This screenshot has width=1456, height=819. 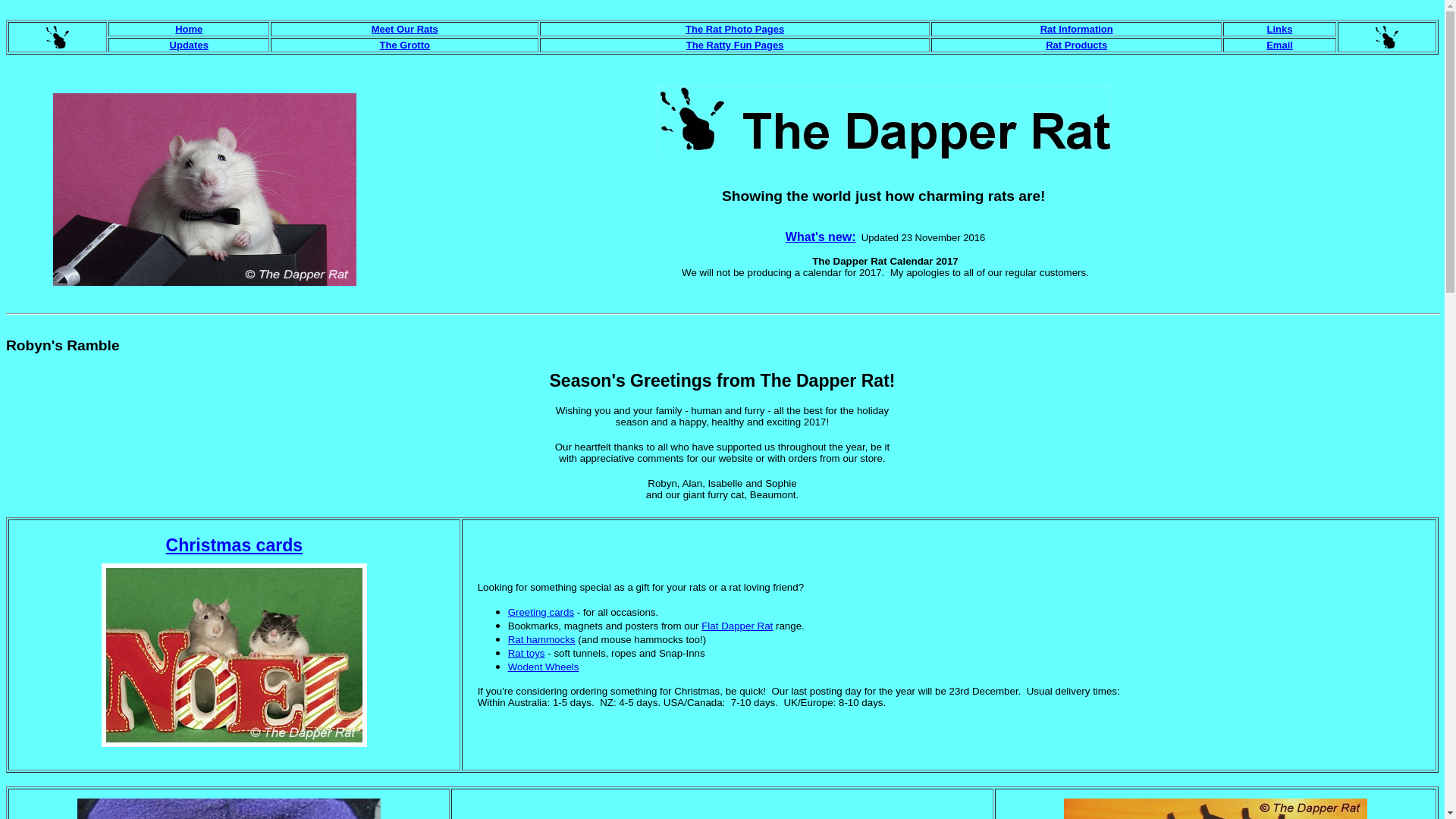 What do you see at coordinates (686, 44) in the screenshot?
I see `'The Ratty Fun Pages'` at bounding box center [686, 44].